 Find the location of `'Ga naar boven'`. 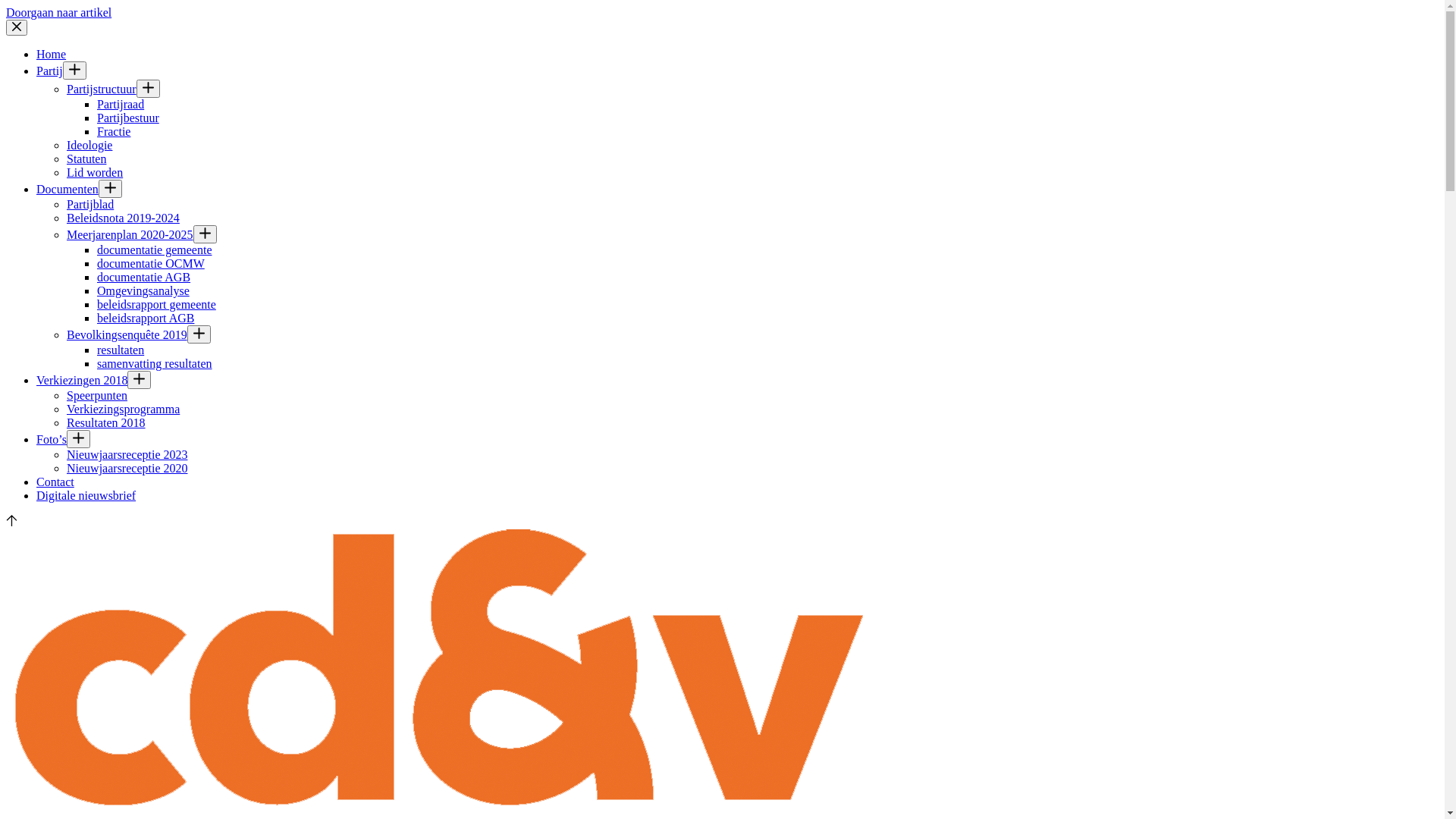

'Ga naar boven' is located at coordinates (6, 521).